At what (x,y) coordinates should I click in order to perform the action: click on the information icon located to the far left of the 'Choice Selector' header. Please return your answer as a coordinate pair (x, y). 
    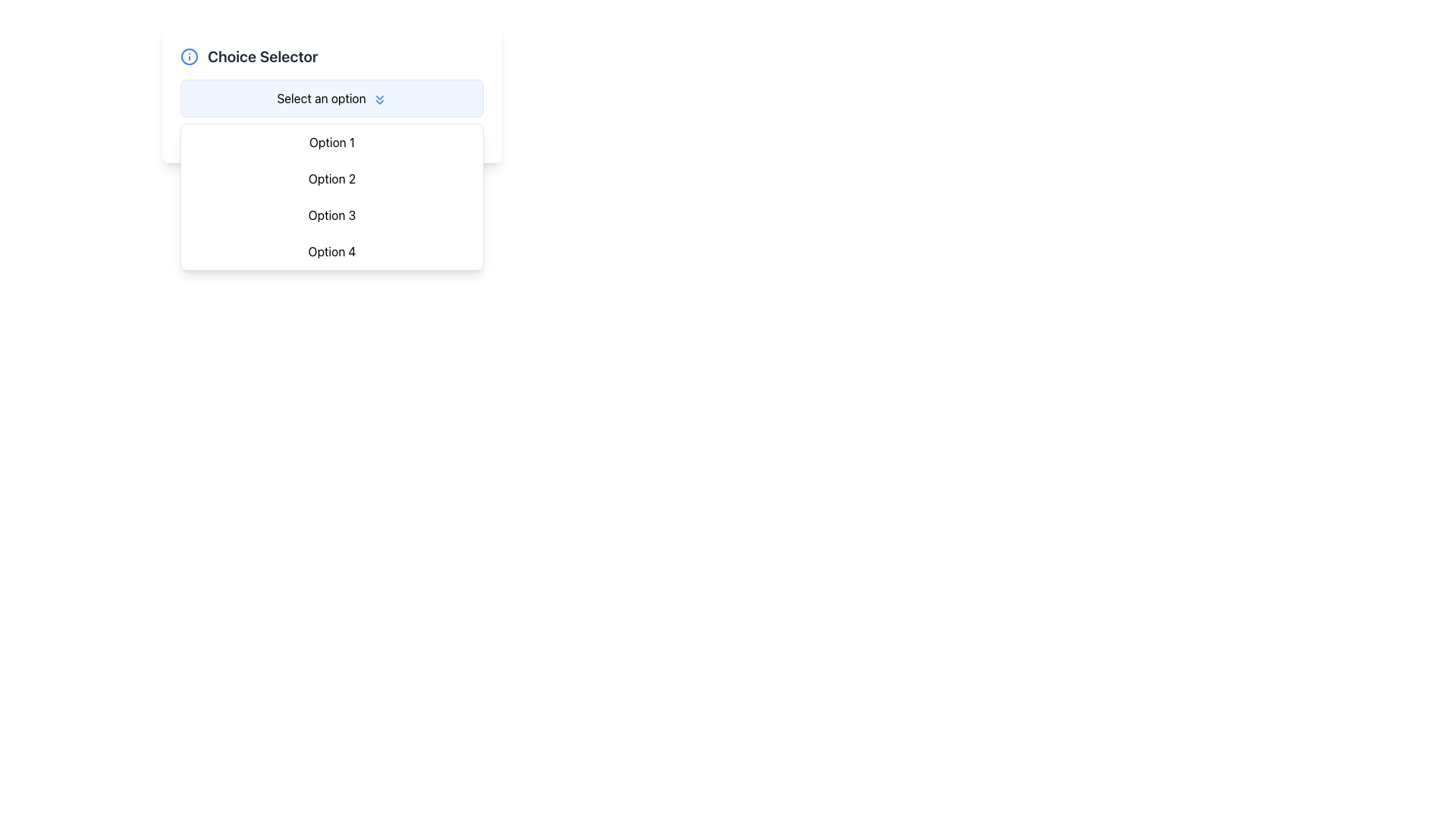
    Looking at the image, I should click on (188, 55).